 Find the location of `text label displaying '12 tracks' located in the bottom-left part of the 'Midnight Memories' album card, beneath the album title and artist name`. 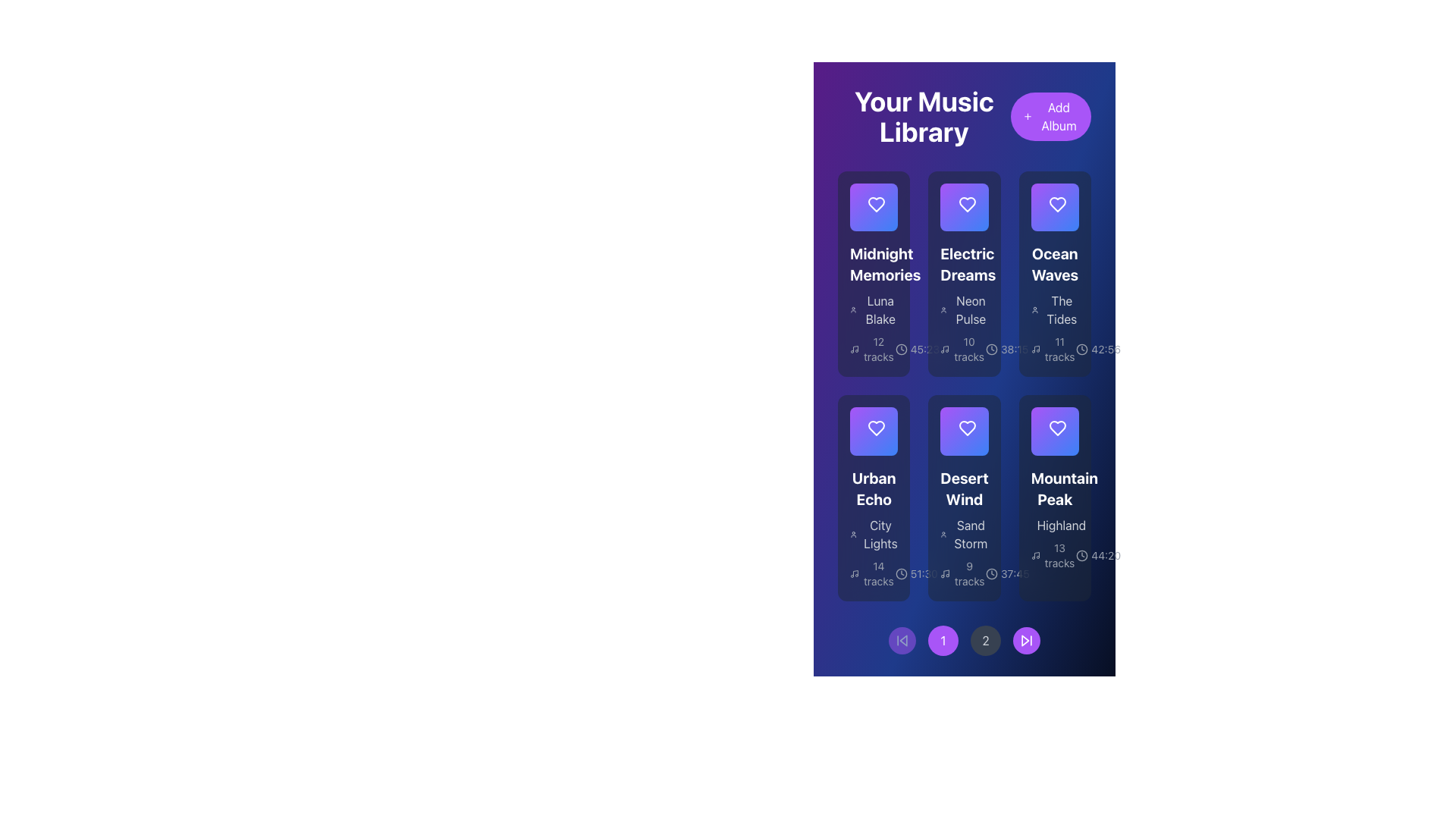

text label displaying '12 tracks' located in the bottom-left part of the 'Midnight Memories' album card, beneath the album title and artist name is located at coordinates (878, 350).